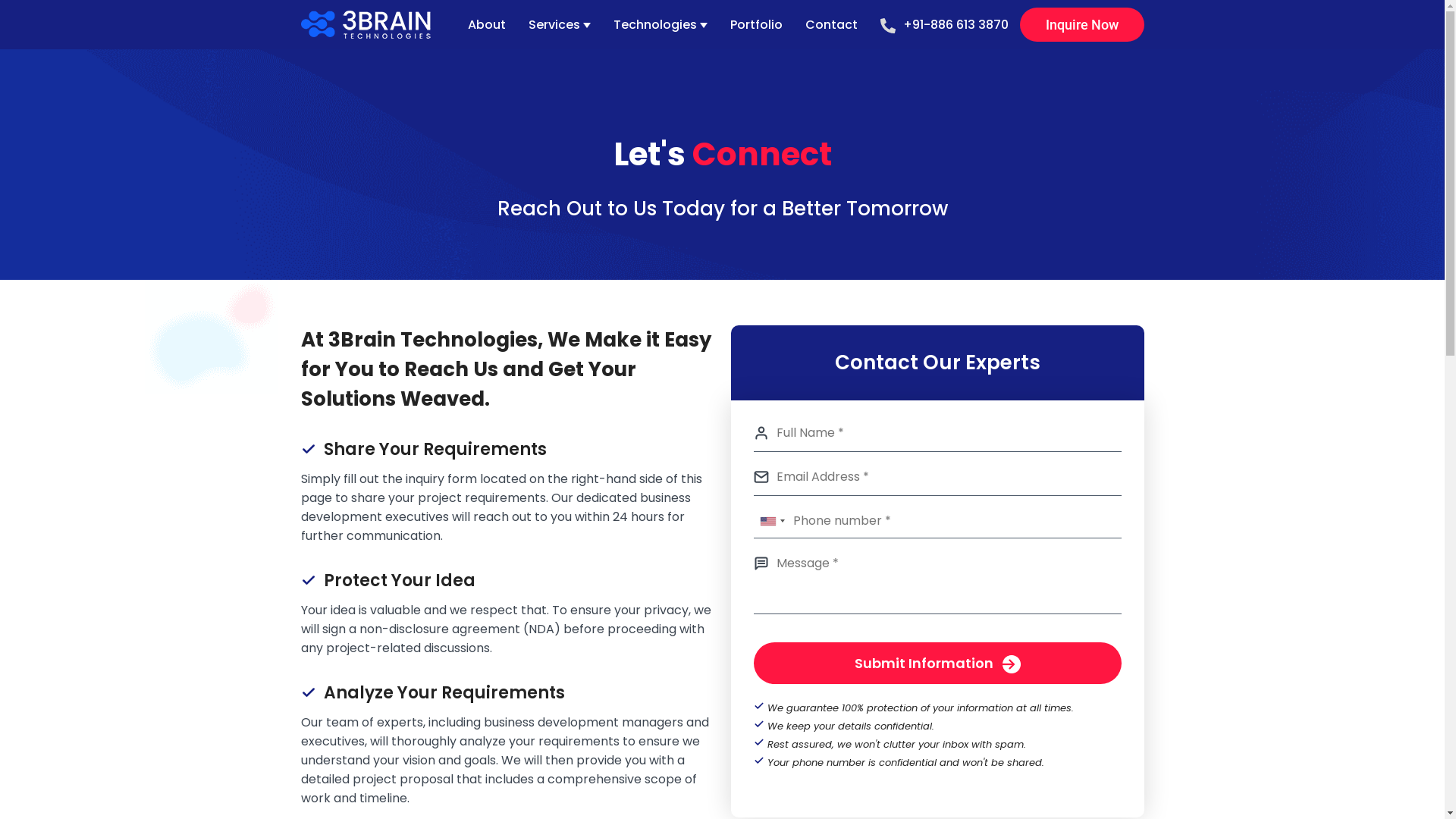  I want to click on 'Contact', so click(830, 24).